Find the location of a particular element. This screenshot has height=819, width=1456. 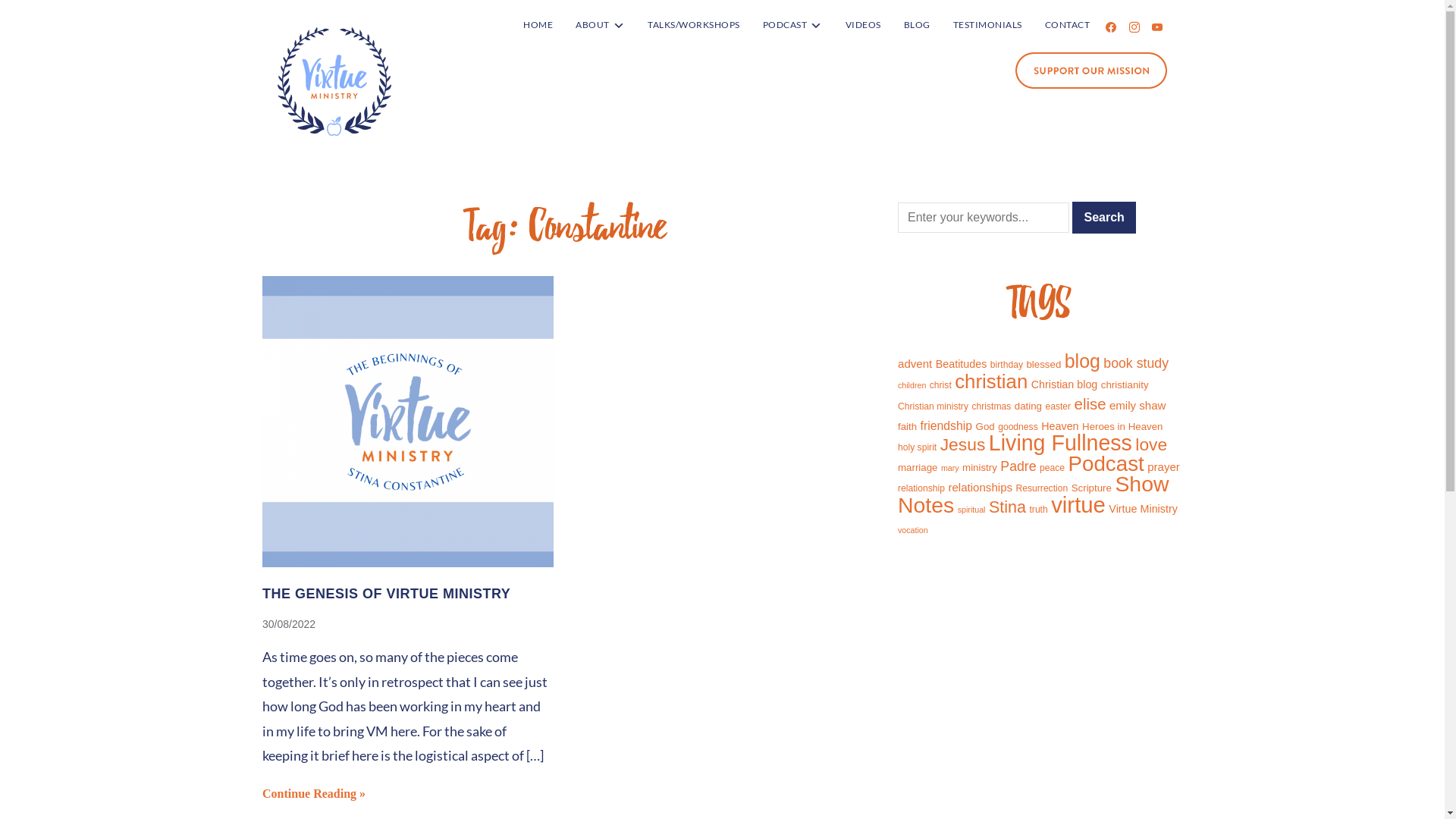

'CONTACT' is located at coordinates (1043, 25).